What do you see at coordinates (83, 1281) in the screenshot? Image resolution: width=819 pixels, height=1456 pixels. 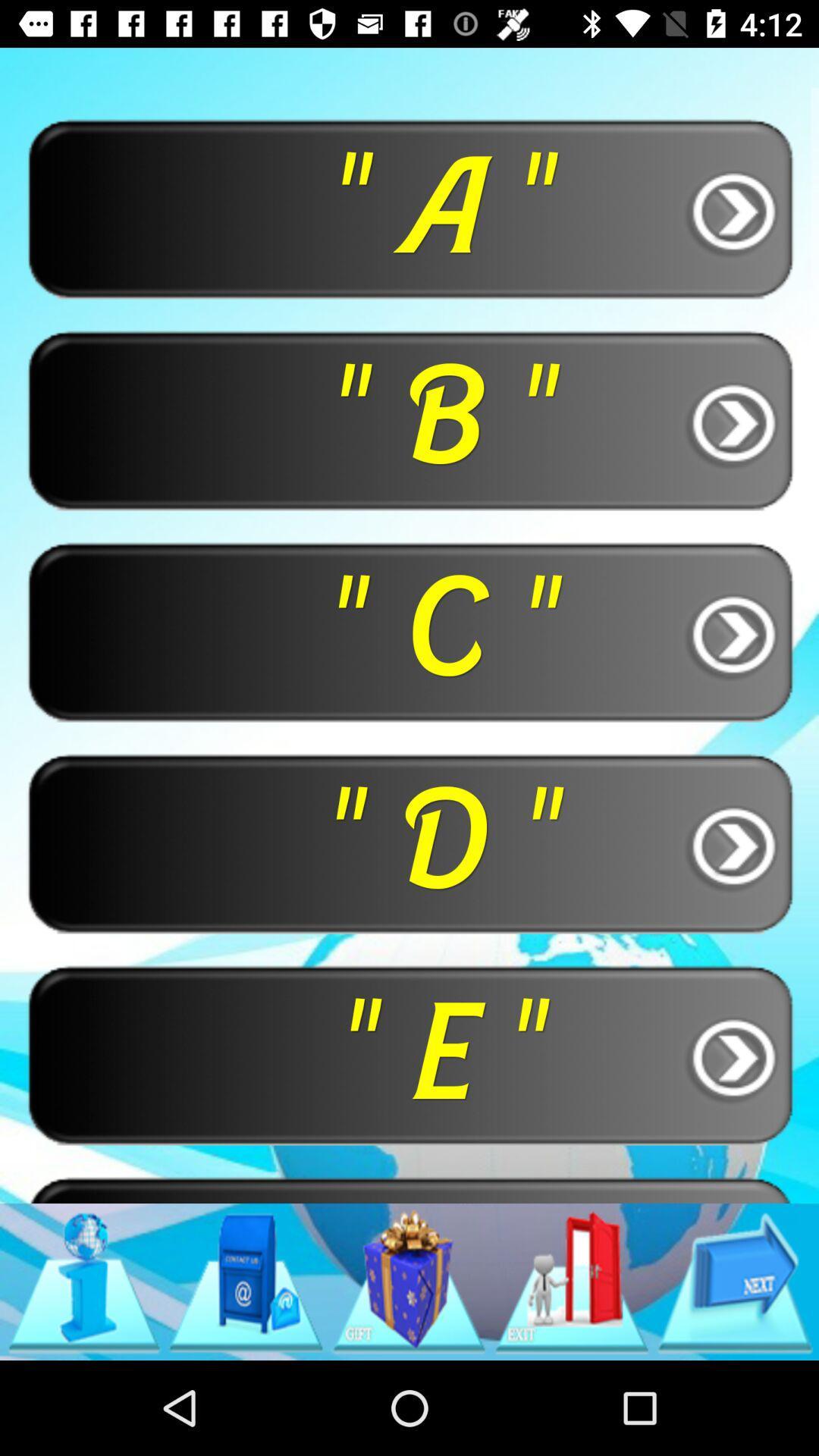 I see `open information` at bounding box center [83, 1281].